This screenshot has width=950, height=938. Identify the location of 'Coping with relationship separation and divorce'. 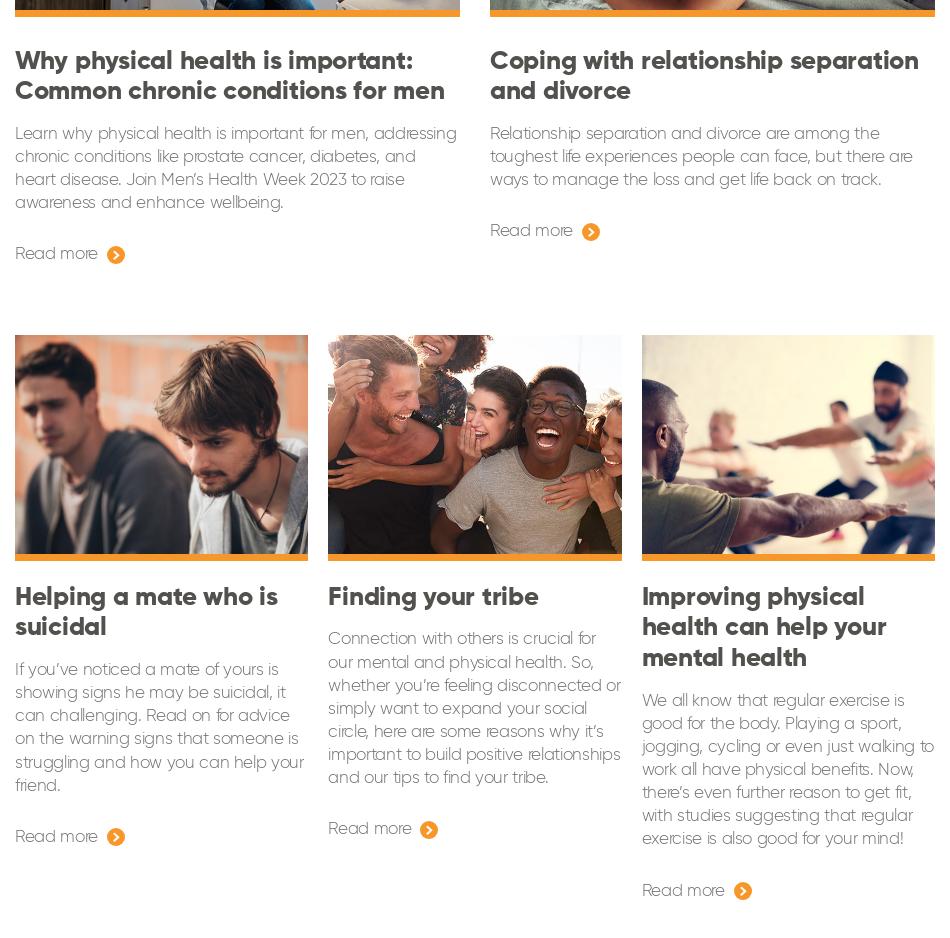
(704, 76).